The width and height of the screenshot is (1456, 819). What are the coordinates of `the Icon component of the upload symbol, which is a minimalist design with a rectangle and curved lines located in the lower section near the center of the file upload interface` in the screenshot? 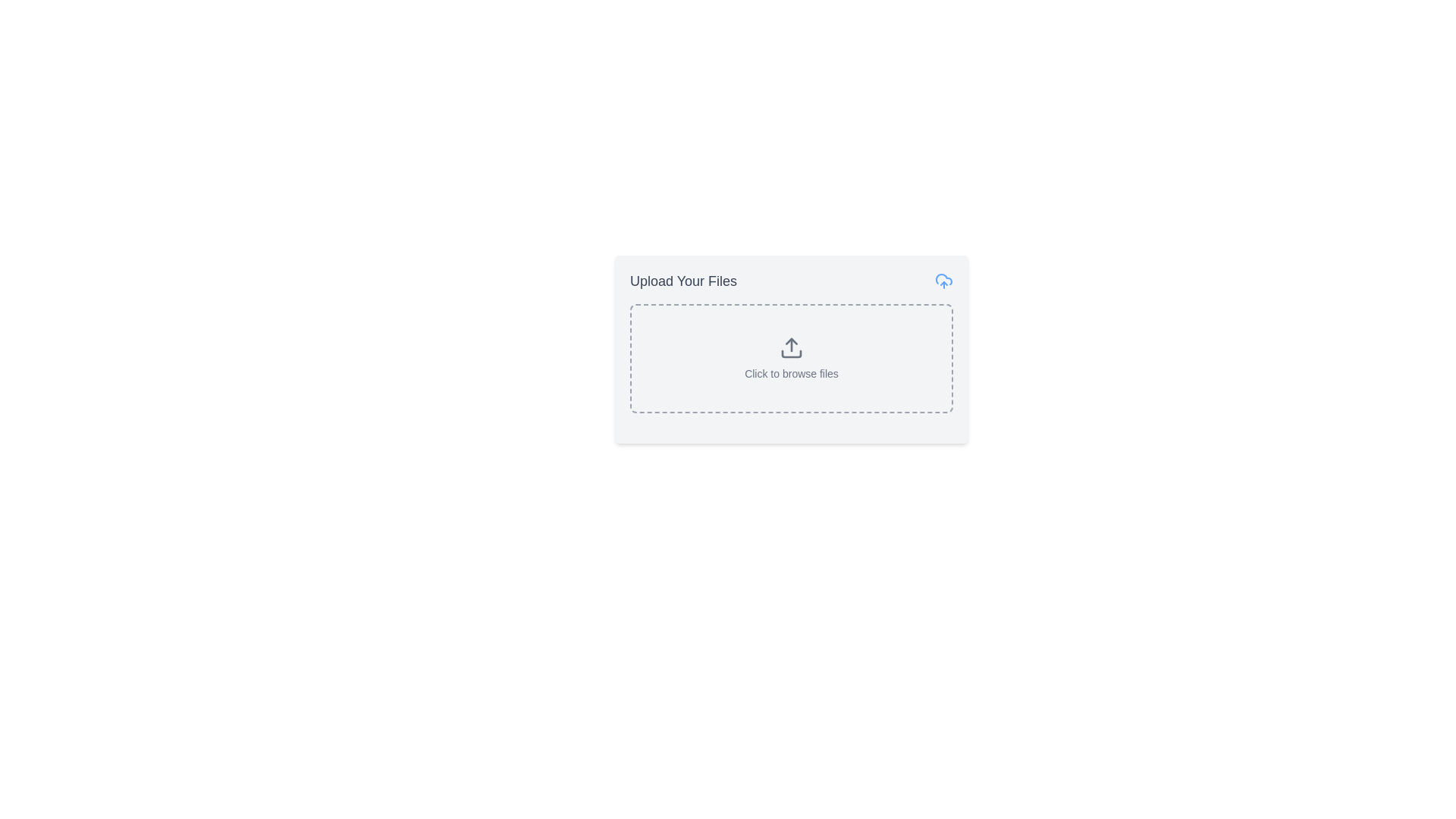 It's located at (790, 353).